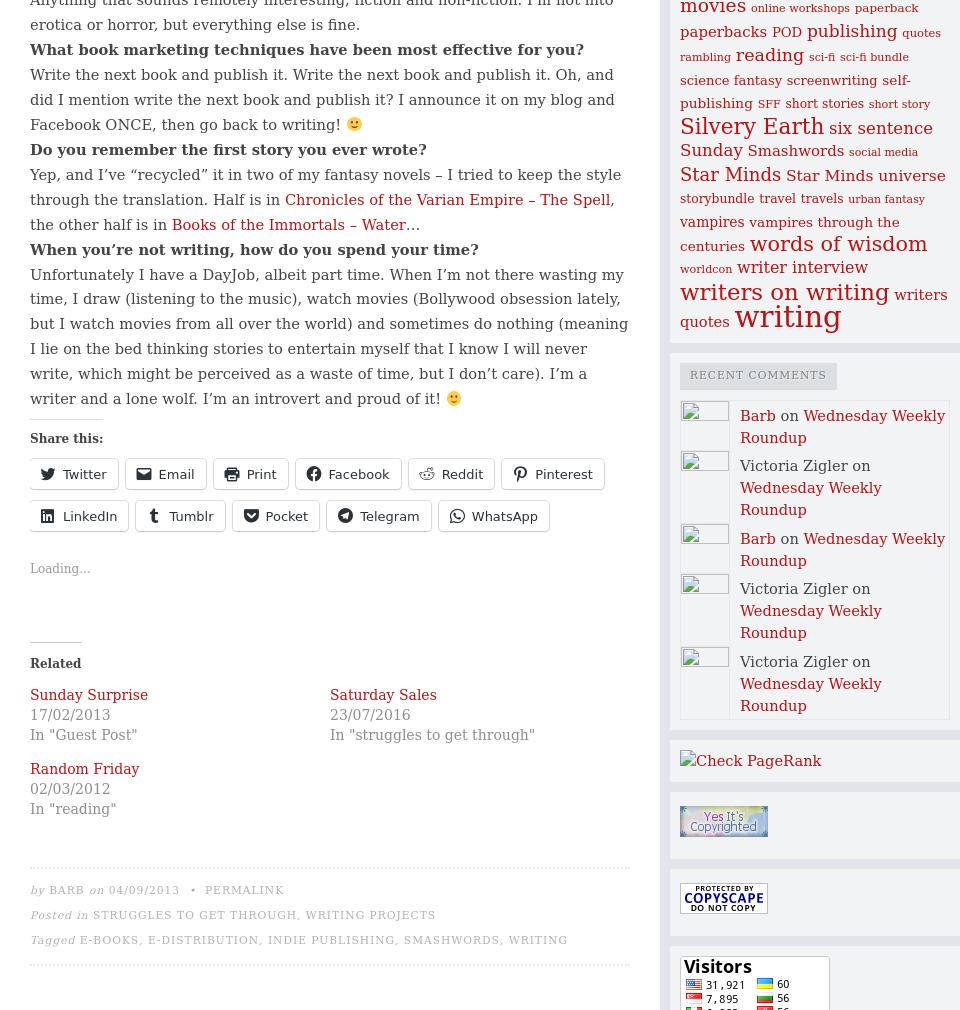 The image size is (960, 1010). What do you see at coordinates (748, 7) in the screenshot?
I see `'online workshops'` at bounding box center [748, 7].